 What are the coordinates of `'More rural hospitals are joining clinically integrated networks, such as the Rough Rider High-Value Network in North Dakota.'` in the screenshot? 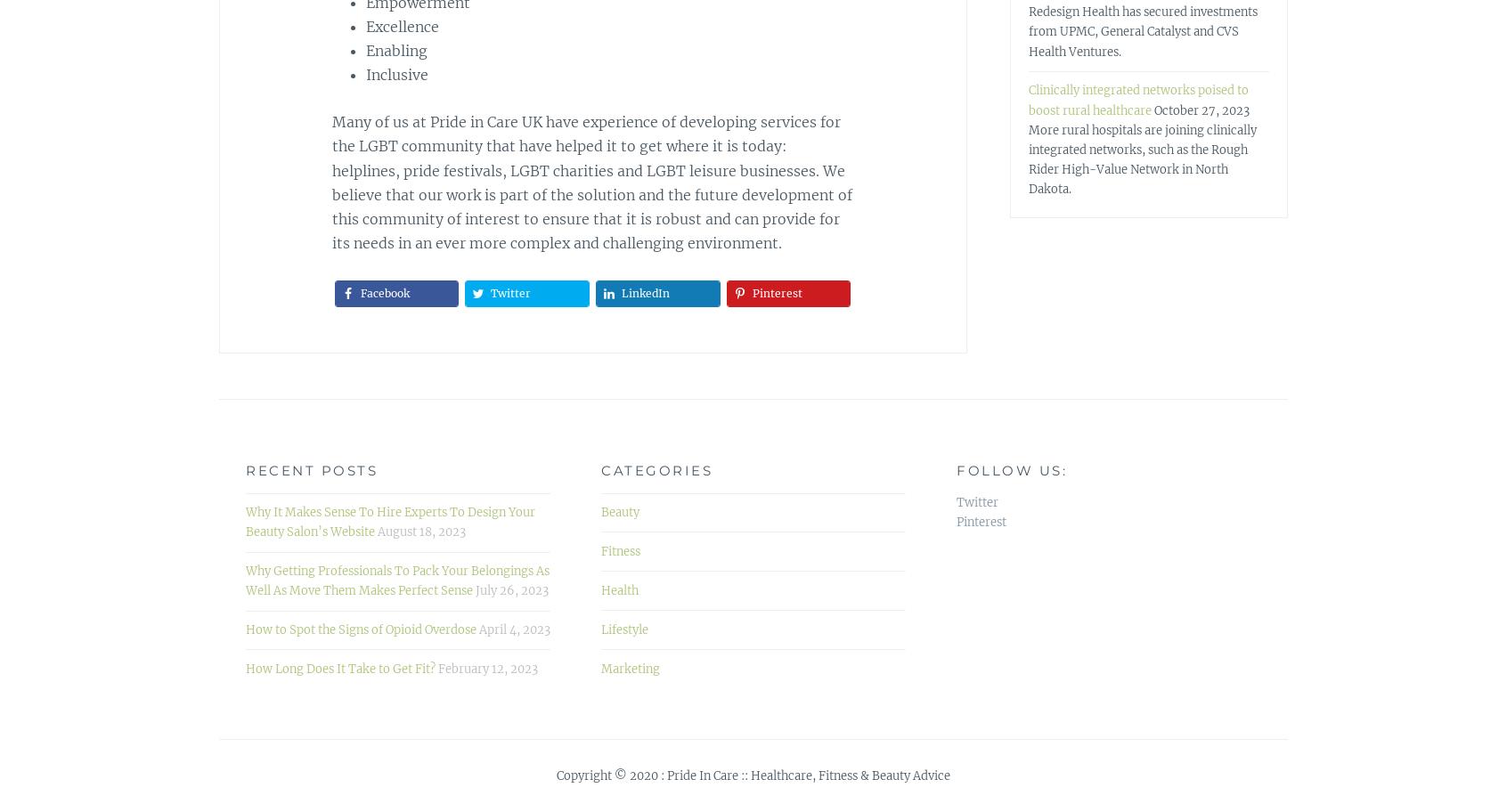 It's located at (1142, 158).